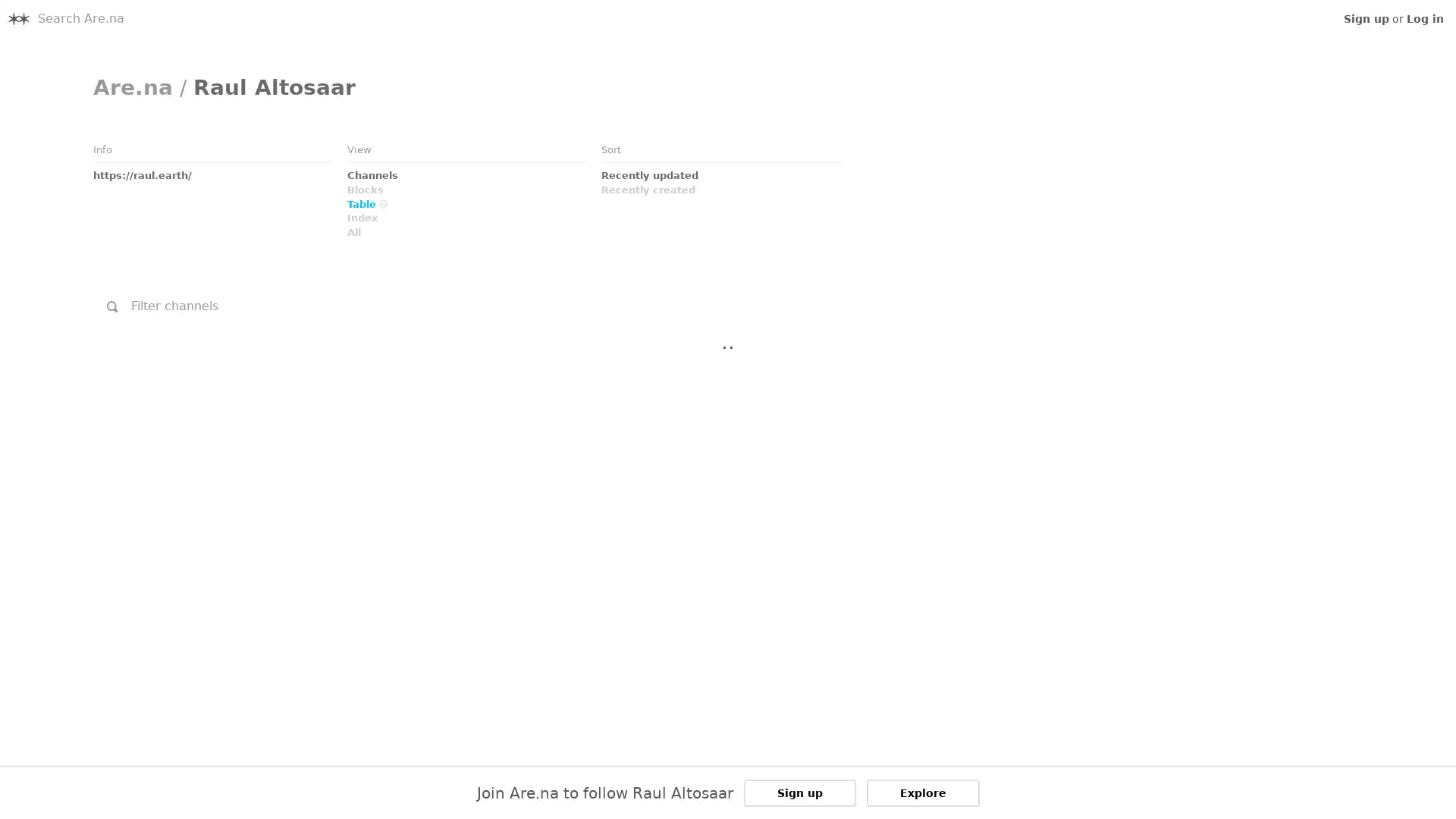  Describe the element at coordinates (465, 451) in the screenshot. I see `Link to Embed: Zimoun : 25 woodworms, wood, microphone, sound system, 2009` at that location.